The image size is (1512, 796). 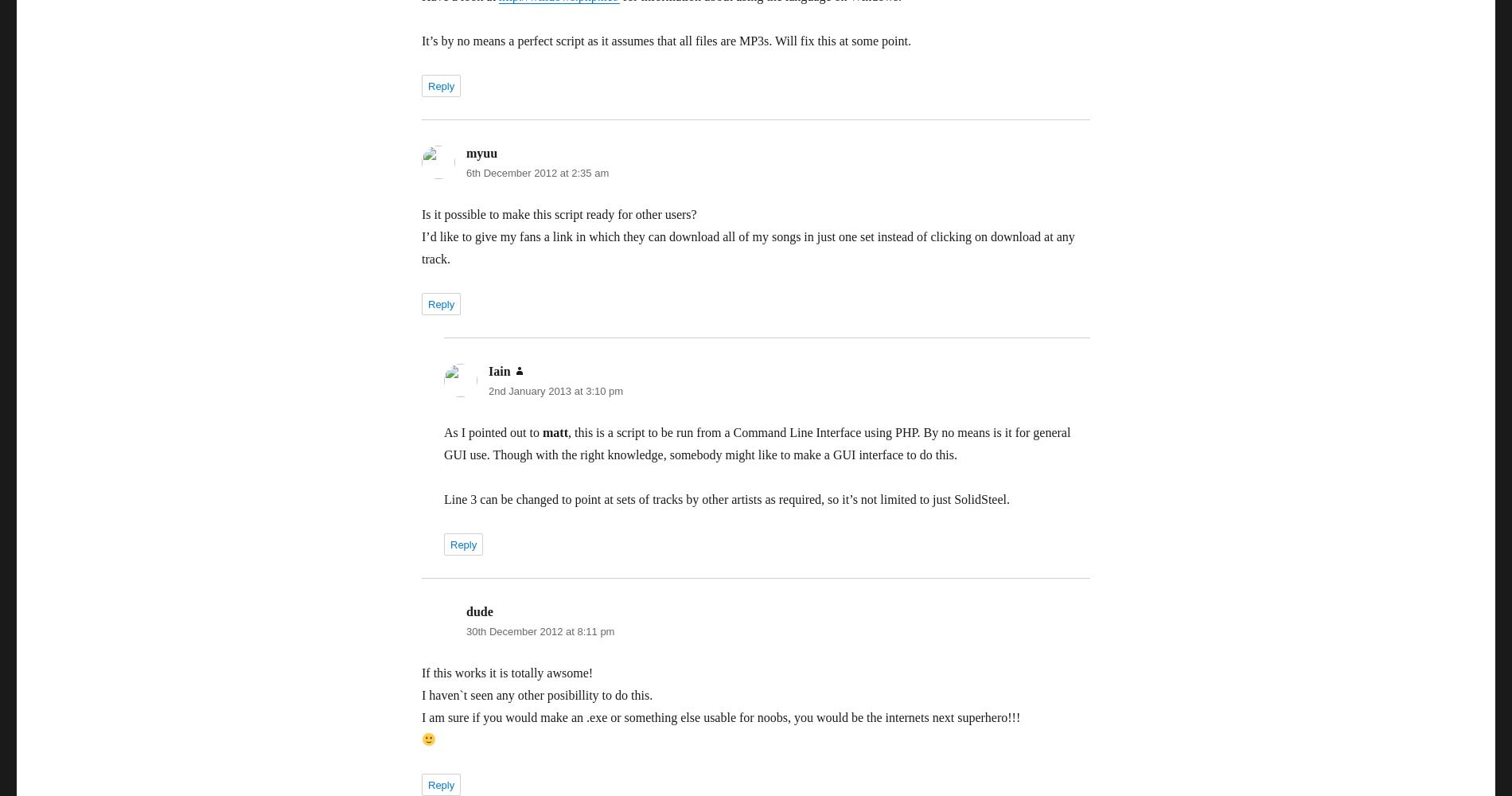 What do you see at coordinates (540, 631) in the screenshot?
I see `'30th December 2012 at 8:11 pm'` at bounding box center [540, 631].